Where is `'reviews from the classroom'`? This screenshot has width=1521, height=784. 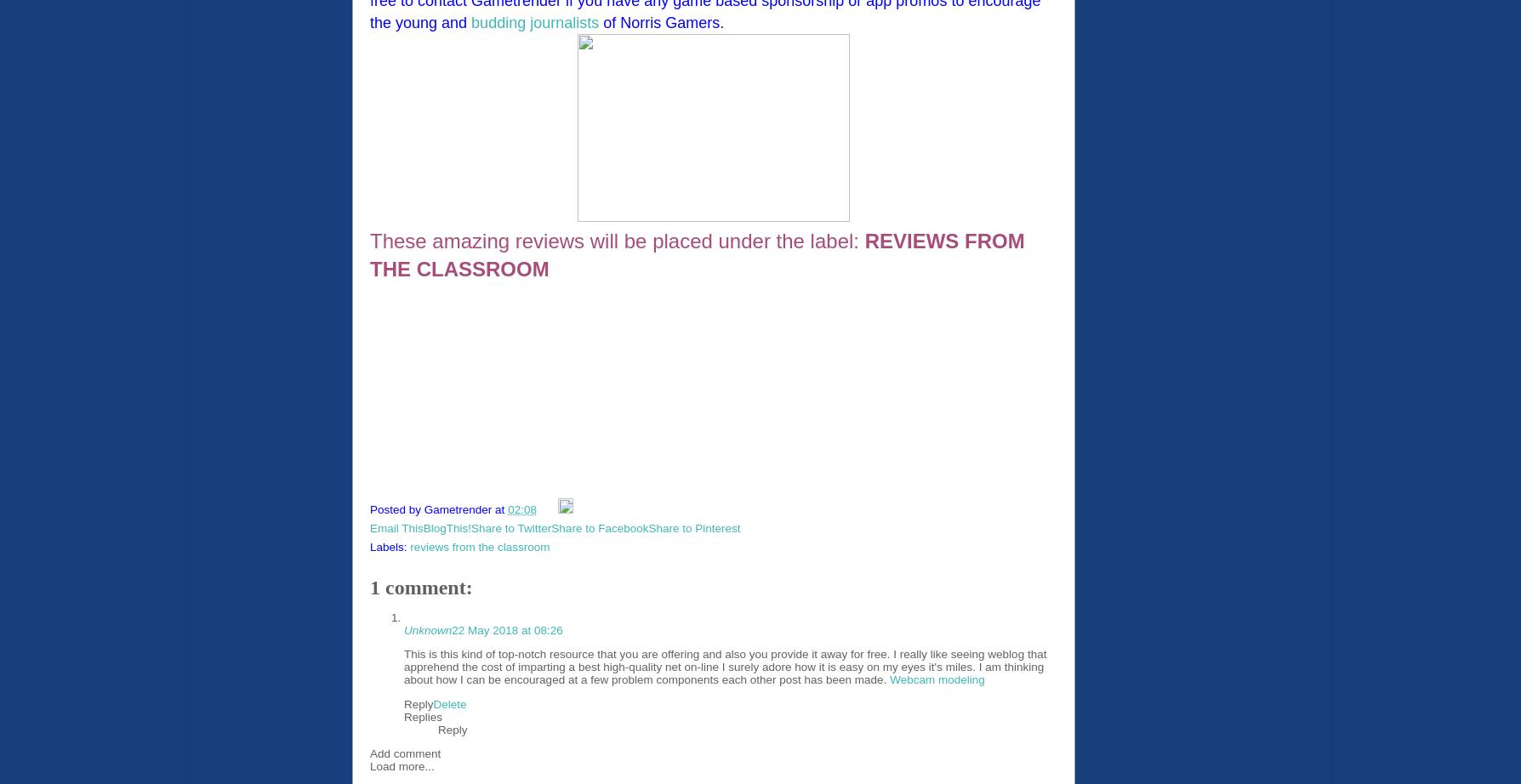
'reviews from the classroom' is located at coordinates (479, 546).